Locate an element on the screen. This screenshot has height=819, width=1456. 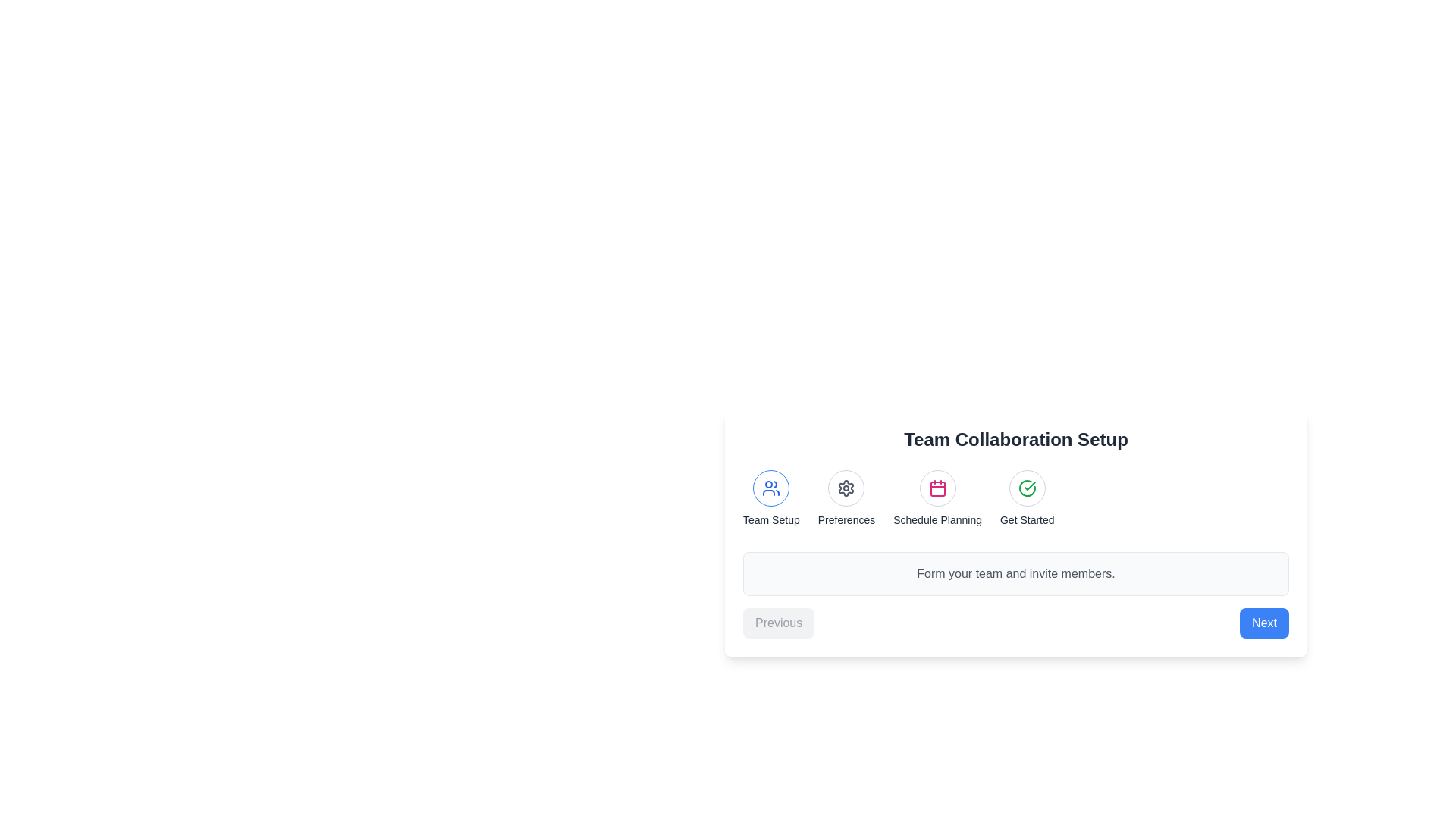
the graphical component within the 'Schedule Planning' icon, which is the third icon from the left in the row of four icons below the 'Team Collaboration Setup' heading is located at coordinates (937, 488).